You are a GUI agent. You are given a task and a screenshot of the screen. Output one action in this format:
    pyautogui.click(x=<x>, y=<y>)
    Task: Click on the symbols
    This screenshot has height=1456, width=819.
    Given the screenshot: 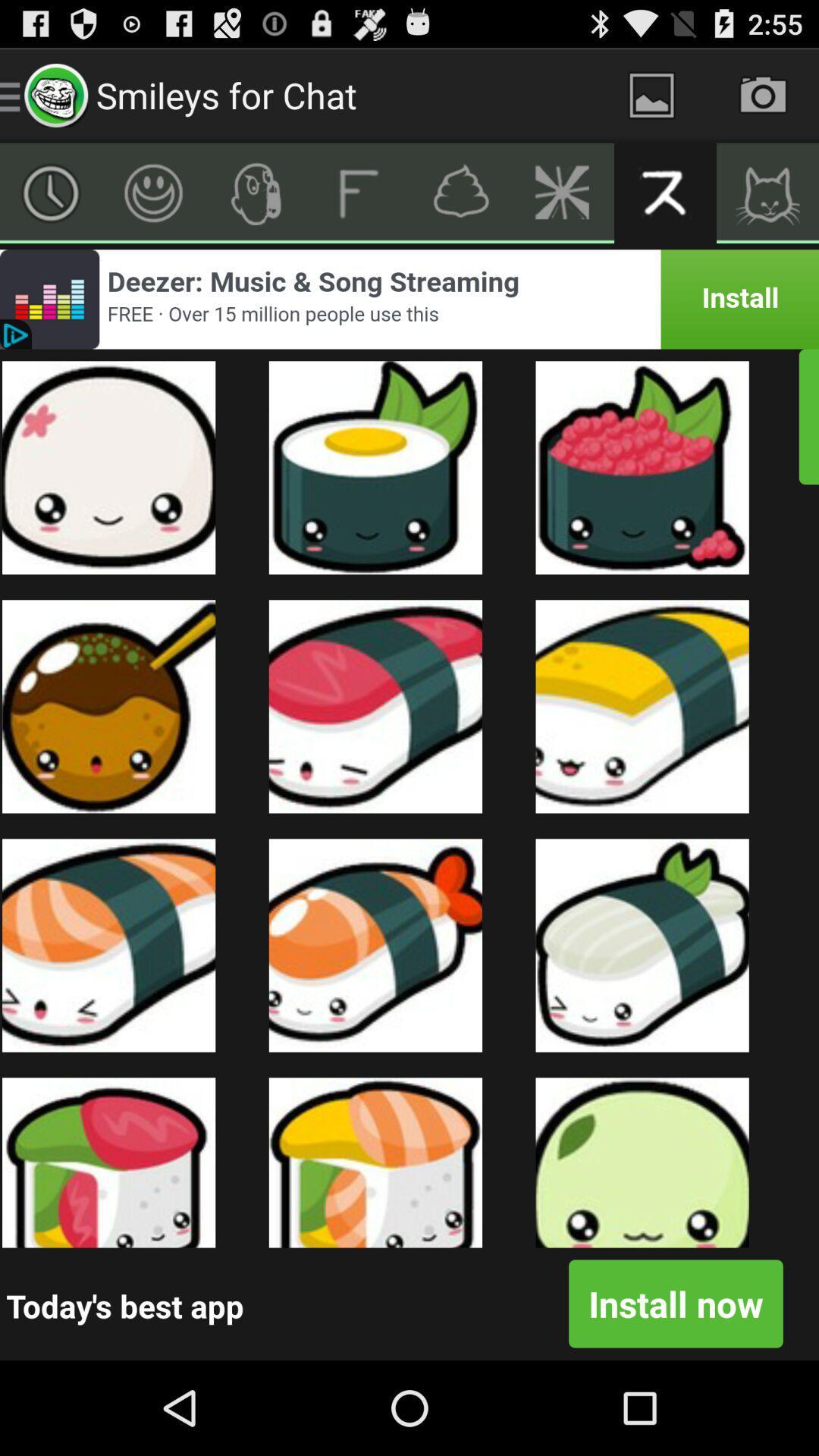 What is the action you would take?
    pyautogui.click(x=255, y=192)
    